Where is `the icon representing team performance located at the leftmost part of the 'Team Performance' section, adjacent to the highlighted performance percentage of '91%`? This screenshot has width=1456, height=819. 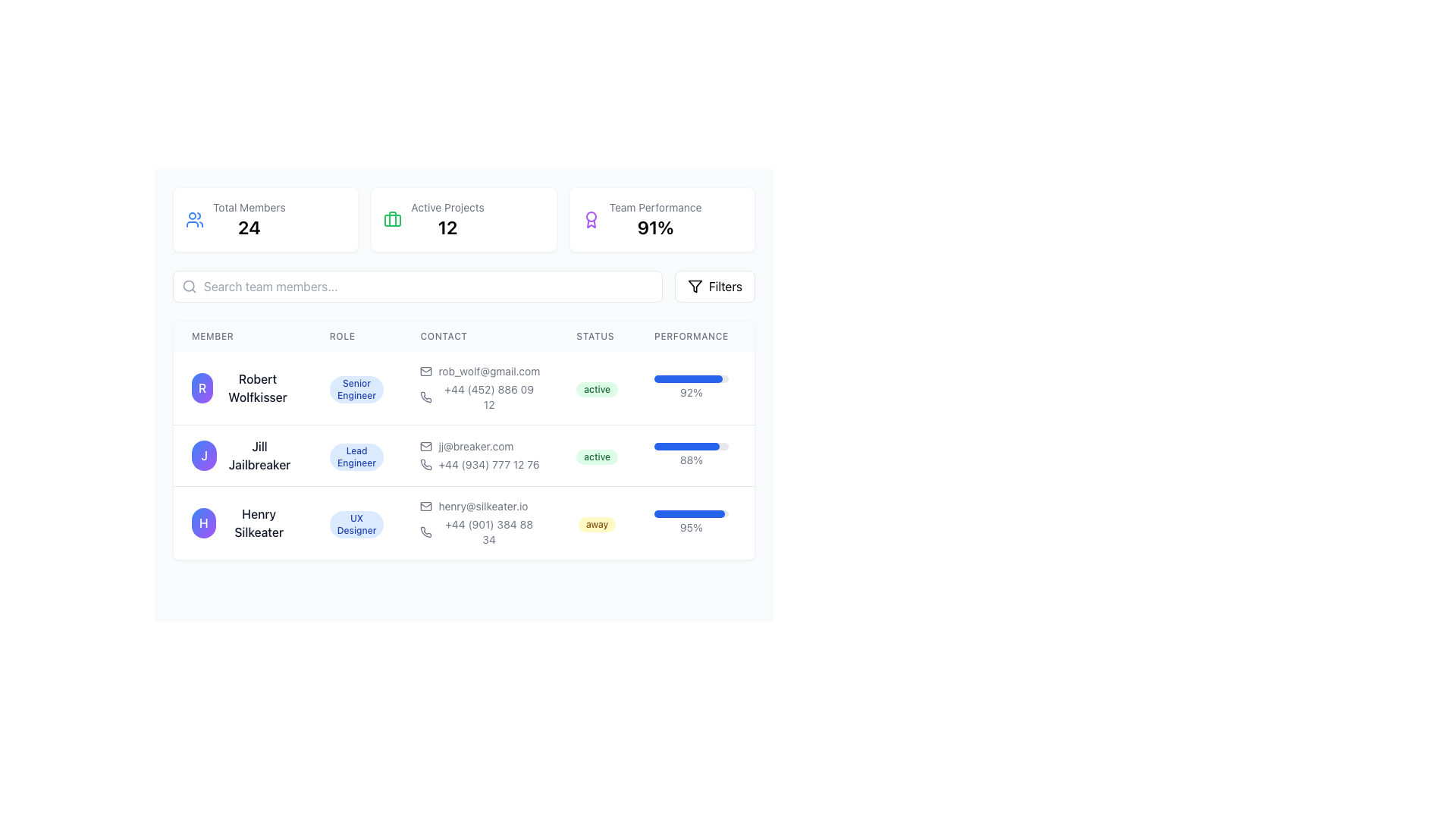 the icon representing team performance located at the leftmost part of the 'Team Performance' section, adjacent to the highlighted performance percentage of '91% is located at coordinates (590, 219).